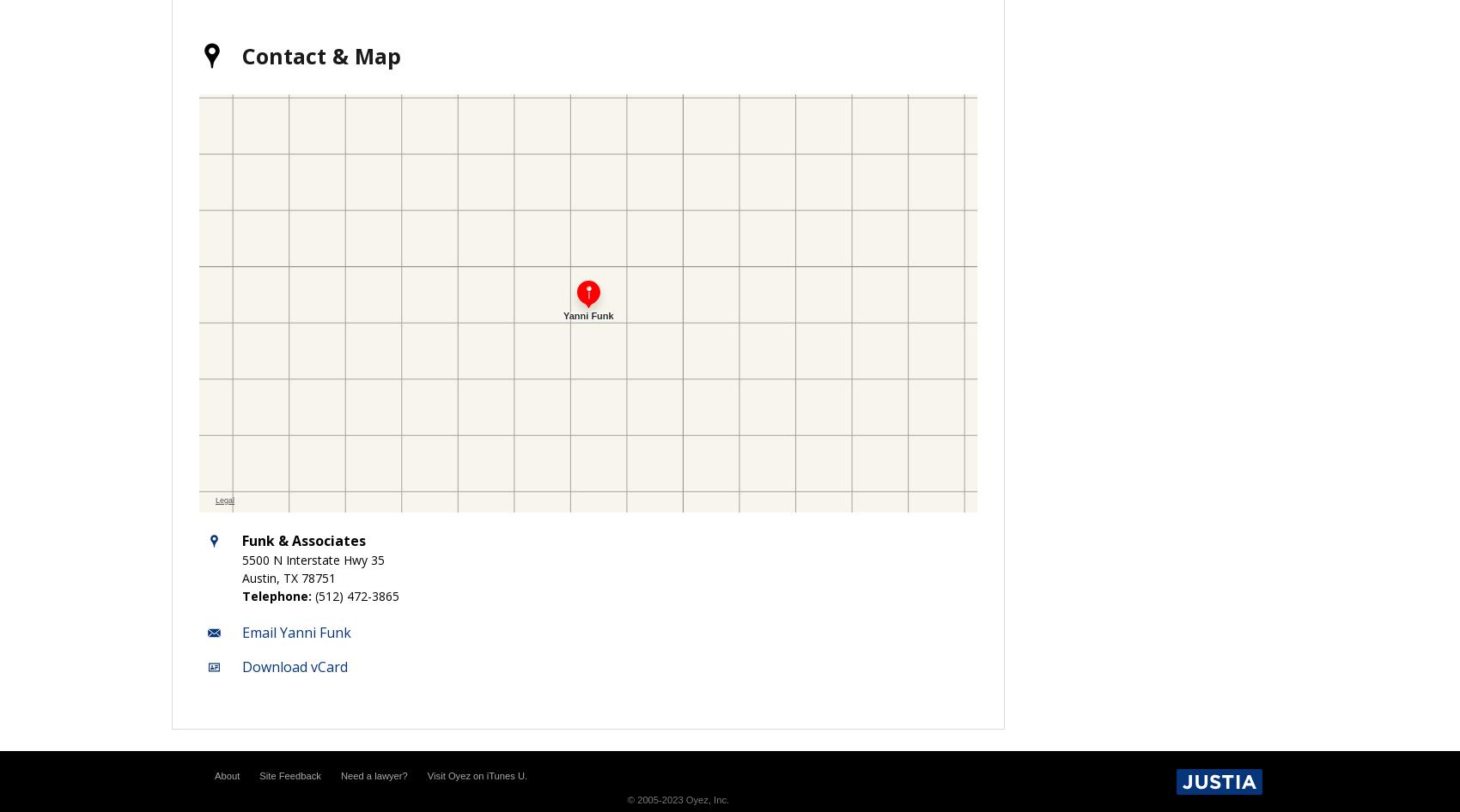 This screenshot has width=1460, height=812. I want to click on '(512) 472-3865', so click(356, 595).